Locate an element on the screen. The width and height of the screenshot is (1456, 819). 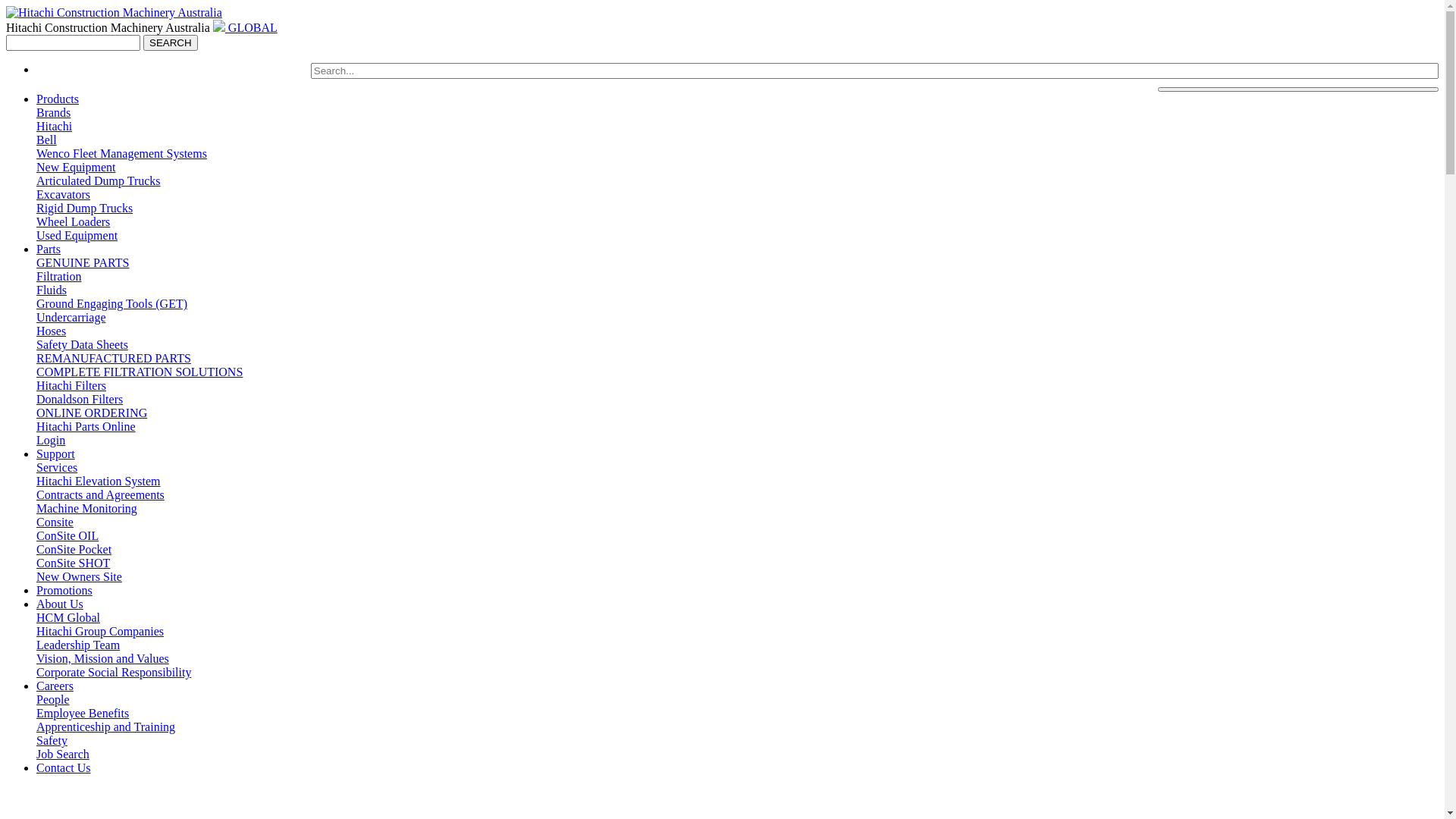
'Hitachi Group Companies' is located at coordinates (99, 631).